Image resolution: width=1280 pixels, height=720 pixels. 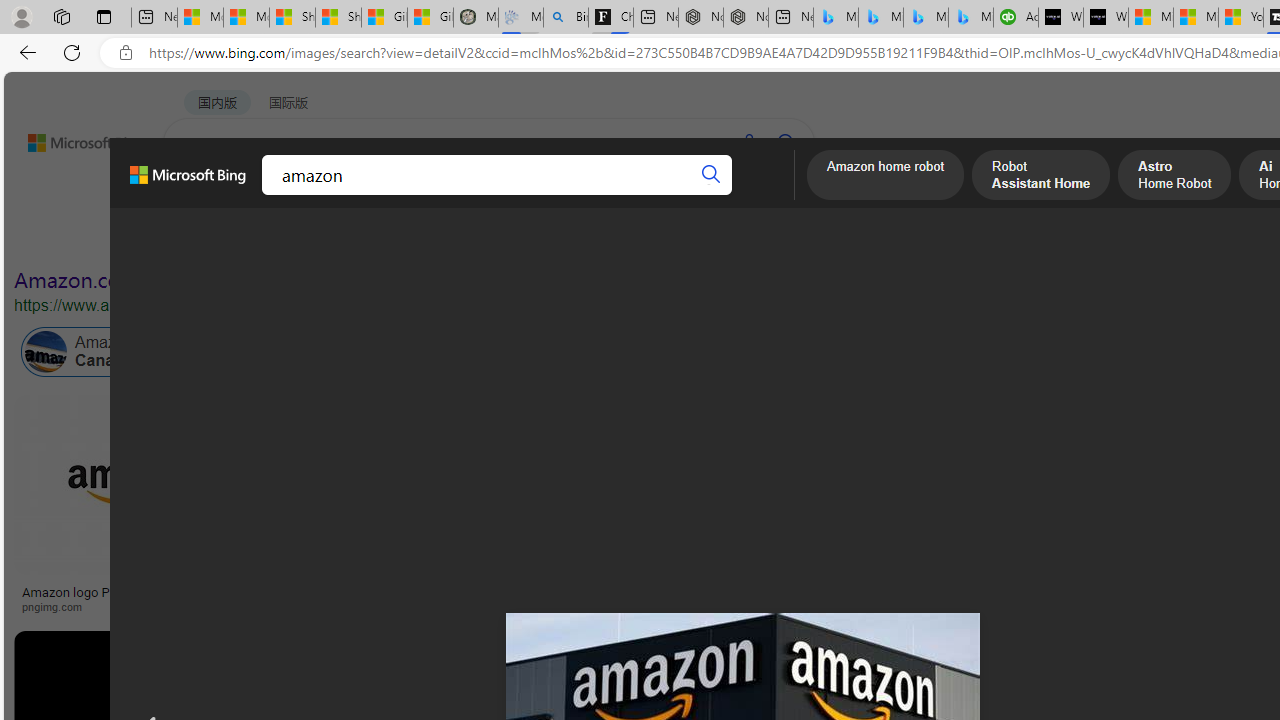 What do you see at coordinates (61, 16) in the screenshot?
I see `'Workspaces'` at bounding box center [61, 16].